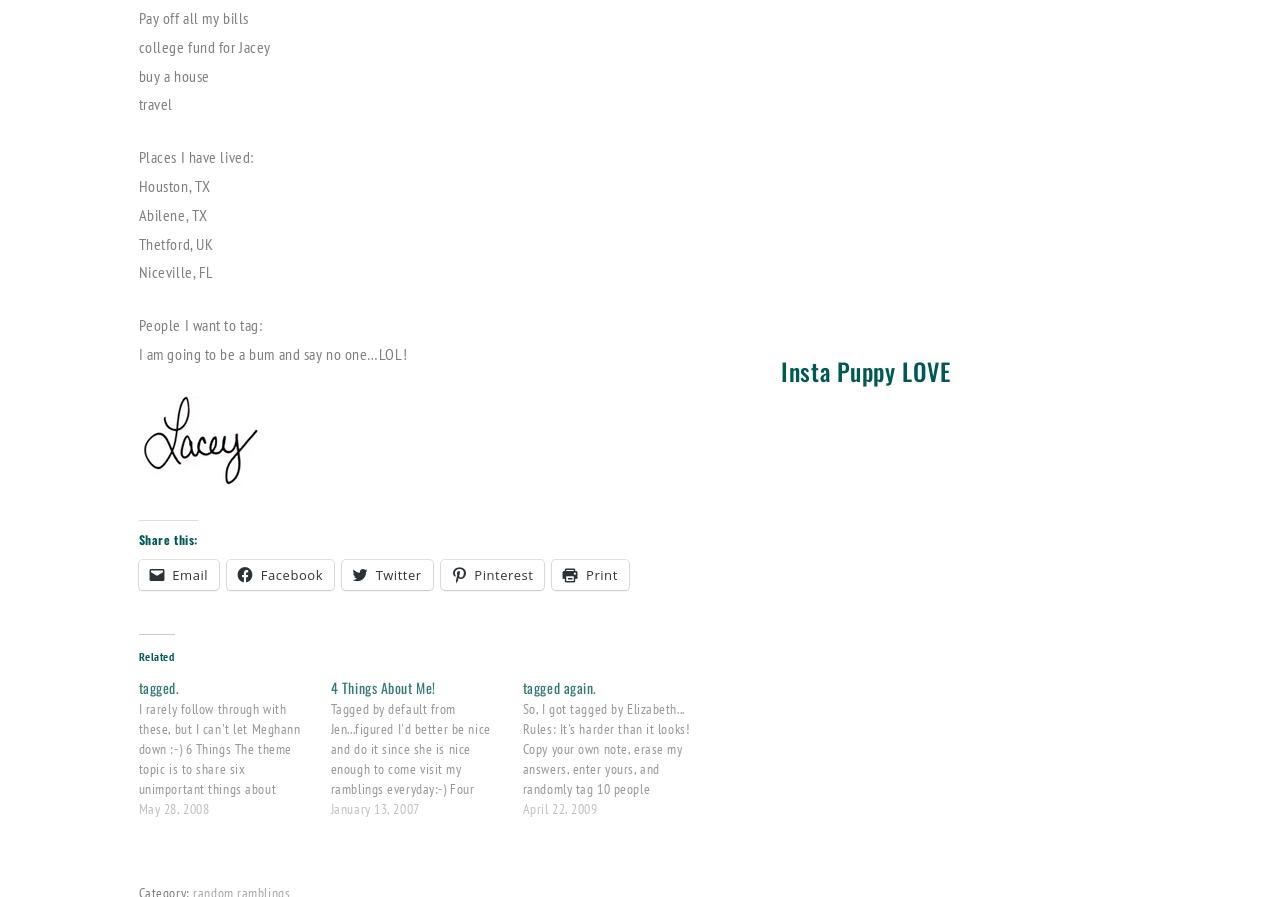 This screenshot has width=1280, height=897. What do you see at coordinates (600, 573) in the screenshot?
I see `'Print'` at bounding box center [600, 573].